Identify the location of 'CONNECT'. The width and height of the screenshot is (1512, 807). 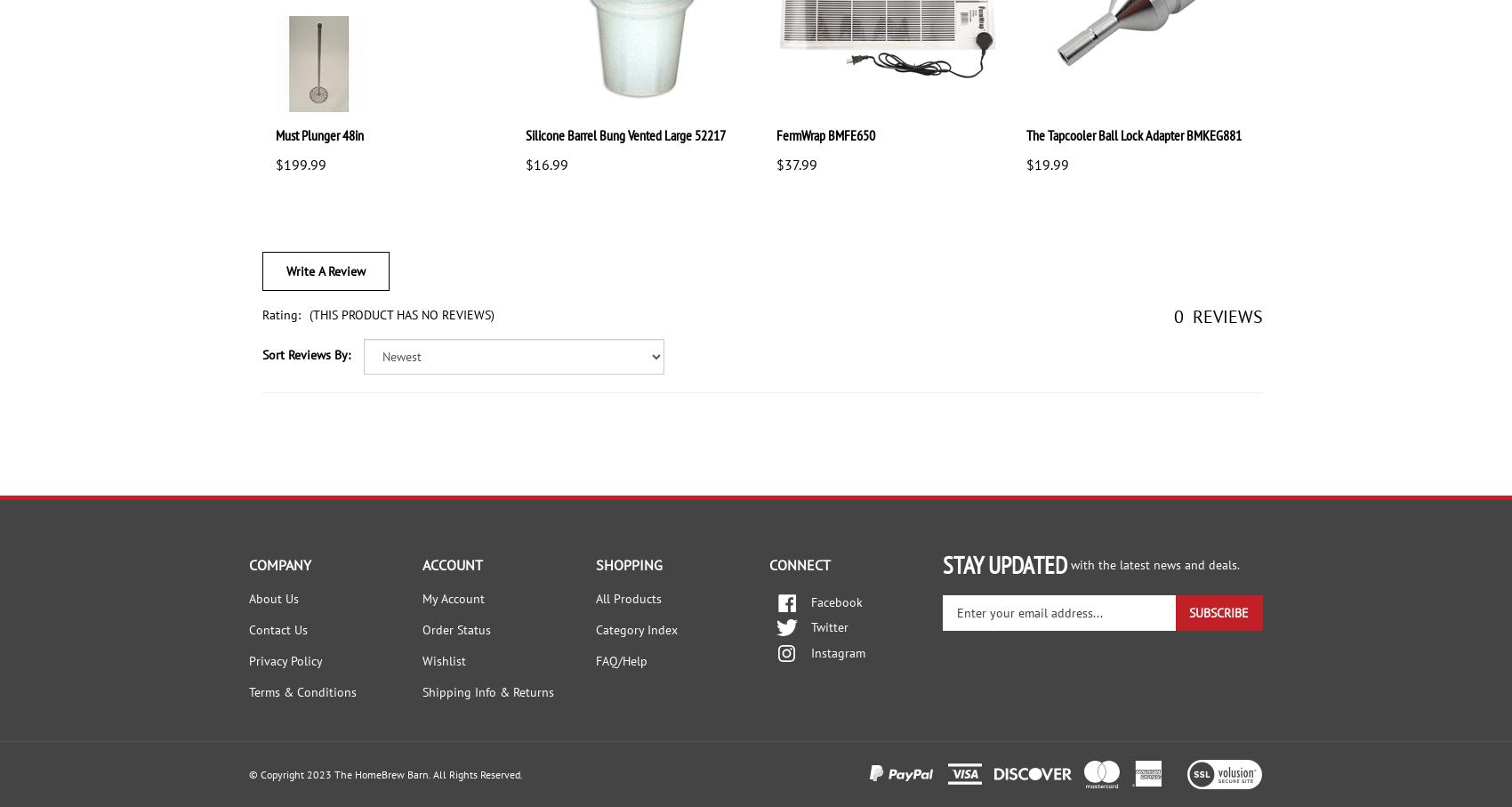
(768, 563).